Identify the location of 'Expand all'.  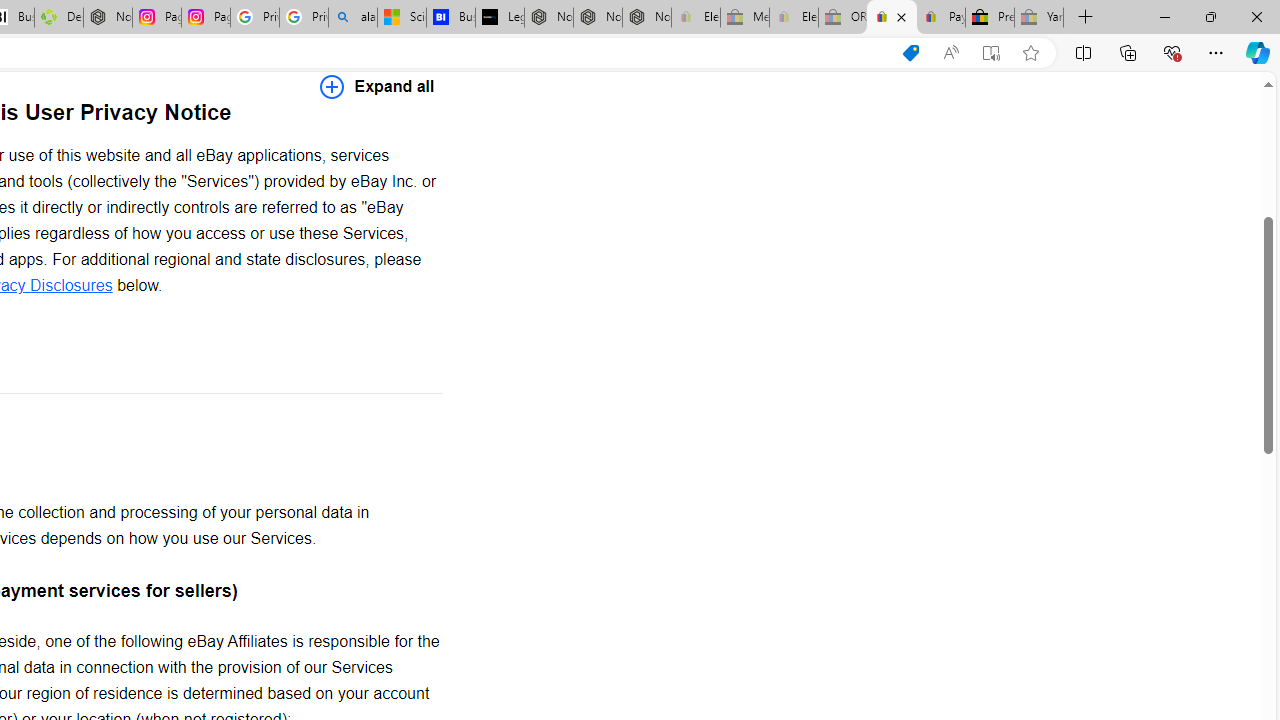
(377, 85).